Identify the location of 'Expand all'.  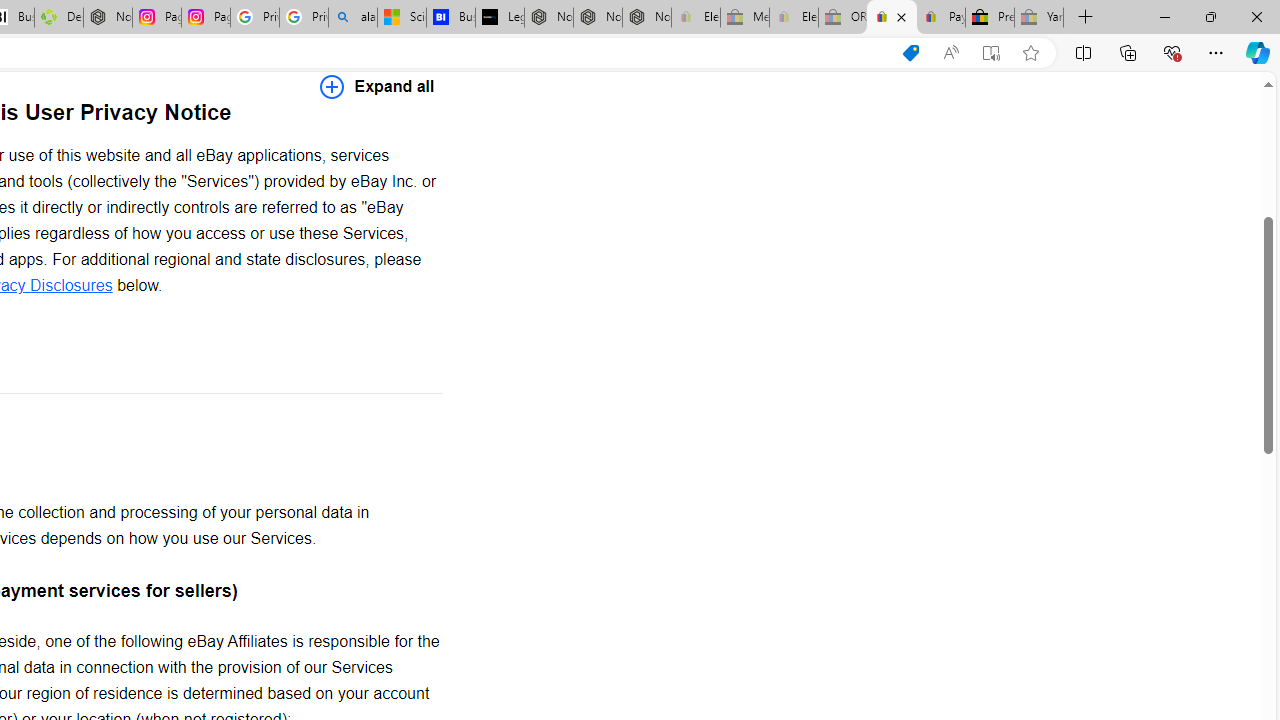
(377, 85).